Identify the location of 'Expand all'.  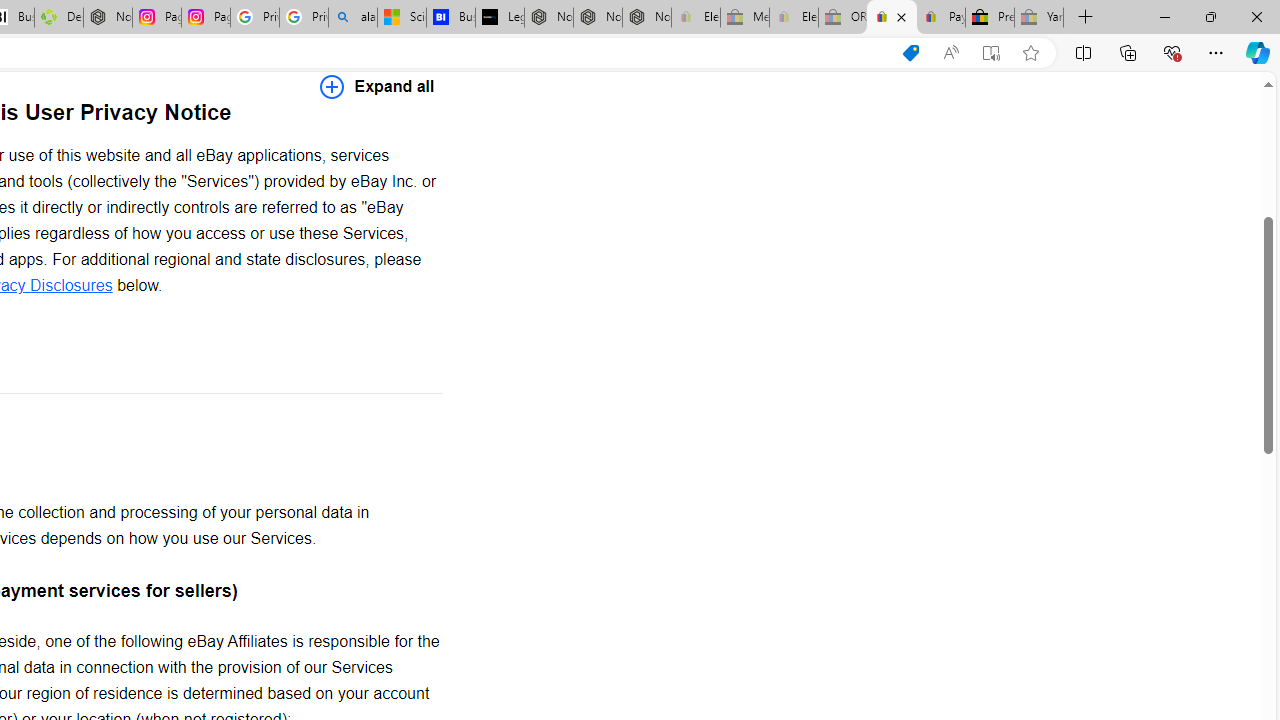
(377, 85).